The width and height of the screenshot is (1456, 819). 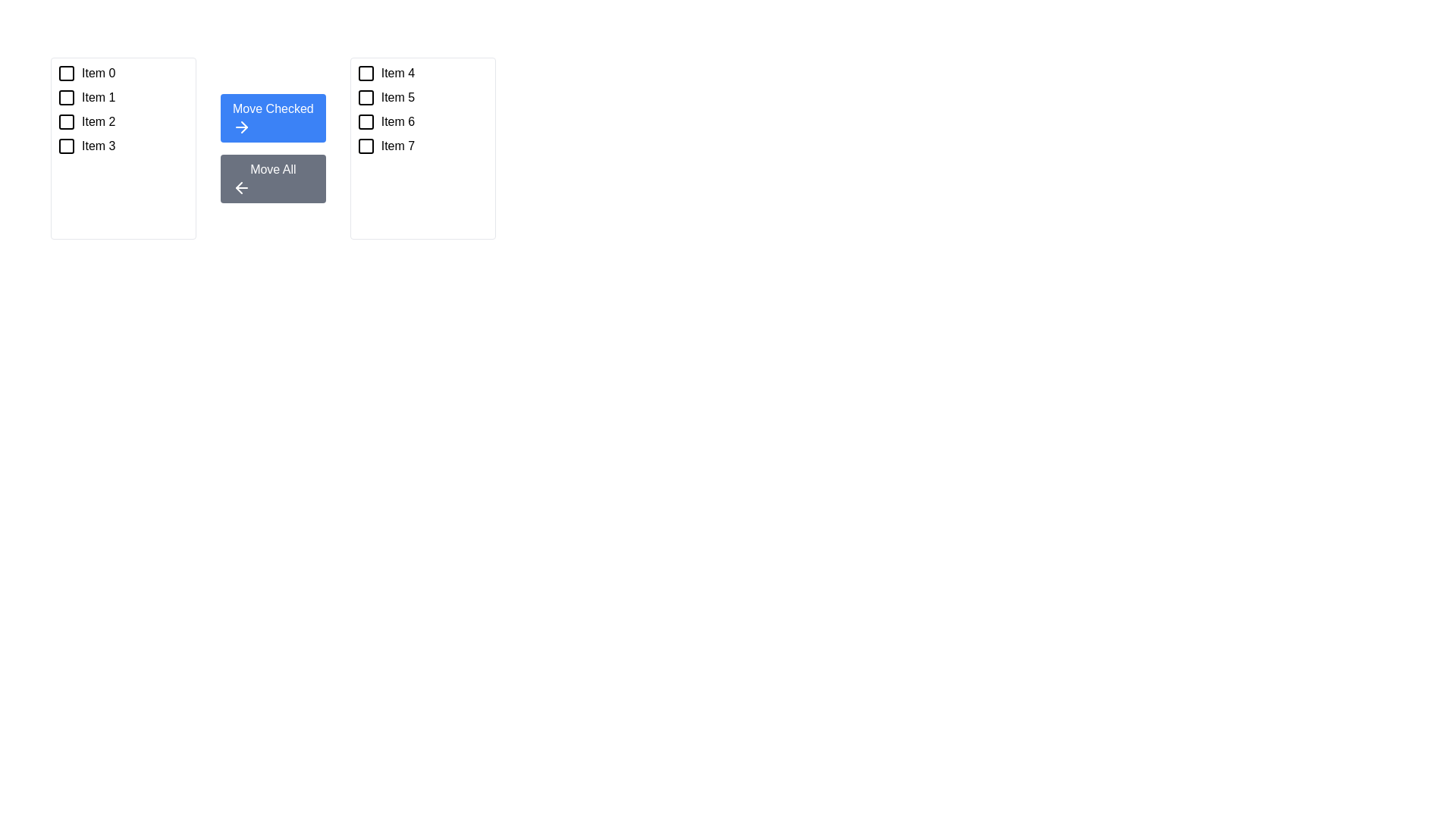 I want to click on the interactive checkbox linked to the label 'Item 3' to indicate focus, so click(x=65, y=146).